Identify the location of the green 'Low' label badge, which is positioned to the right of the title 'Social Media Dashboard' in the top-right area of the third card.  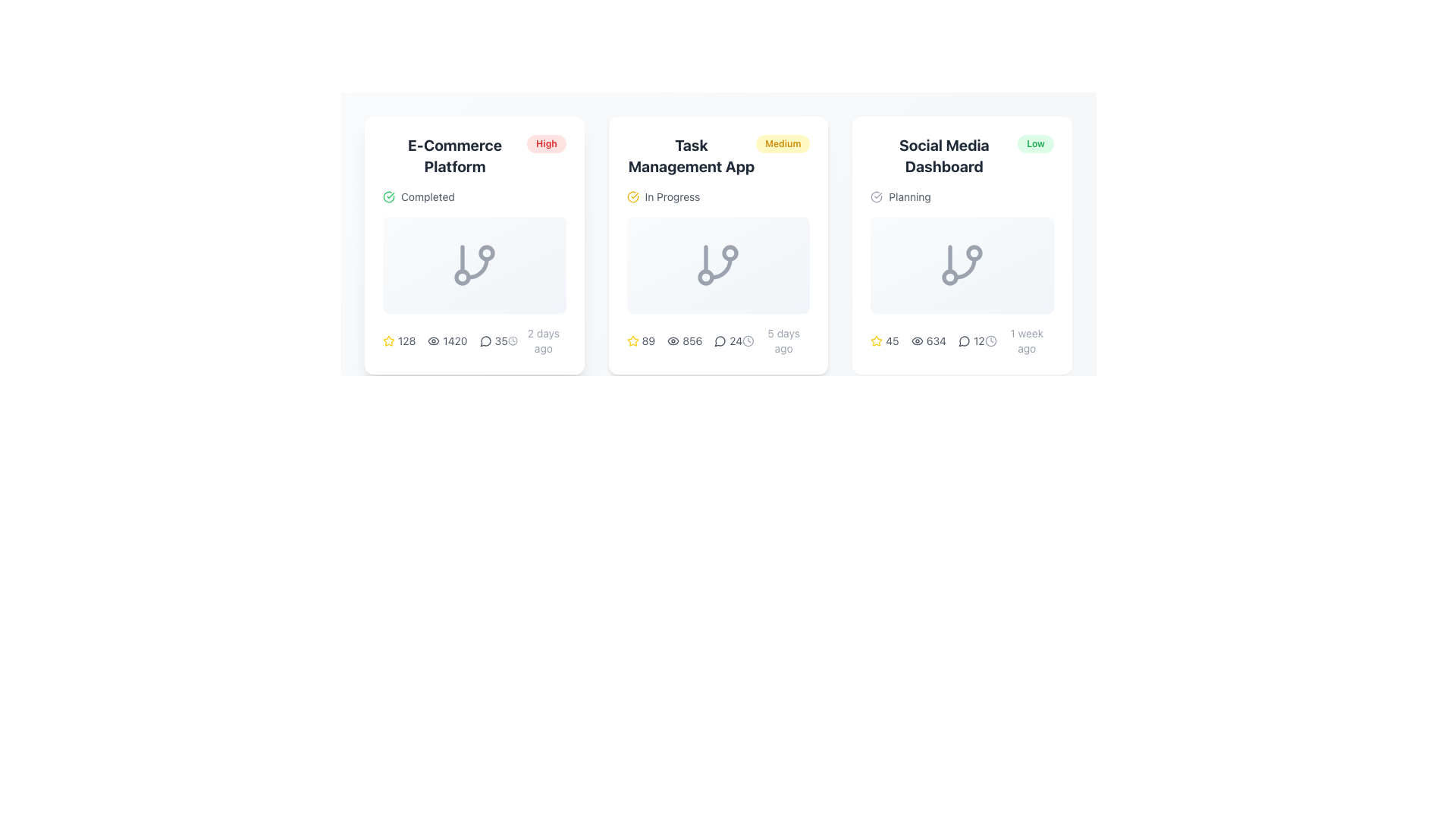
(1035, 143).